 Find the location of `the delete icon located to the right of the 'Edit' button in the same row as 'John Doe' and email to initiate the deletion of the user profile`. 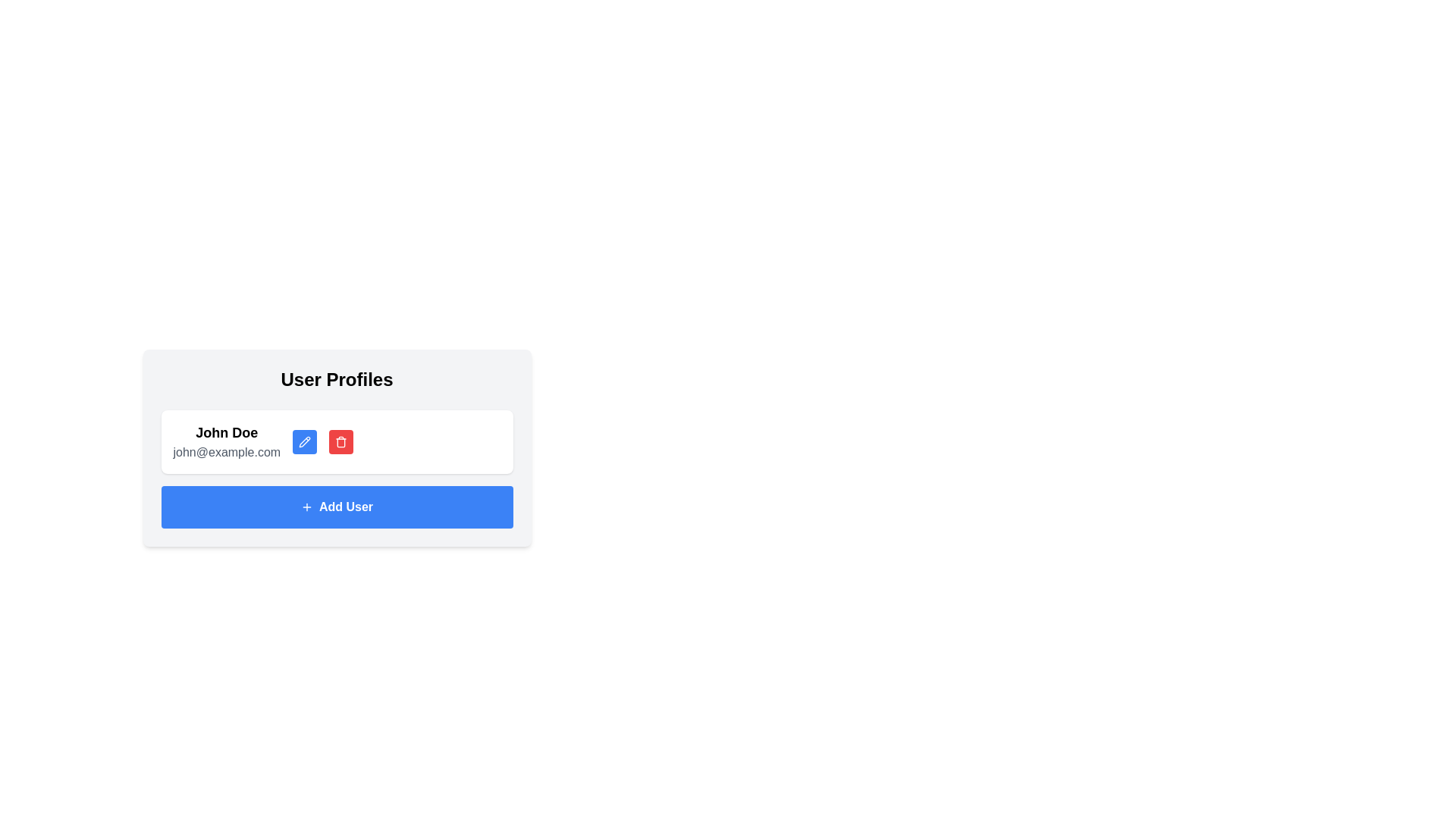

the delete icon located to the right of the 'Edit' button in the same row as 'John Doe' and email to initiate the deletion of the user profile is located at coordinates (340, 441).